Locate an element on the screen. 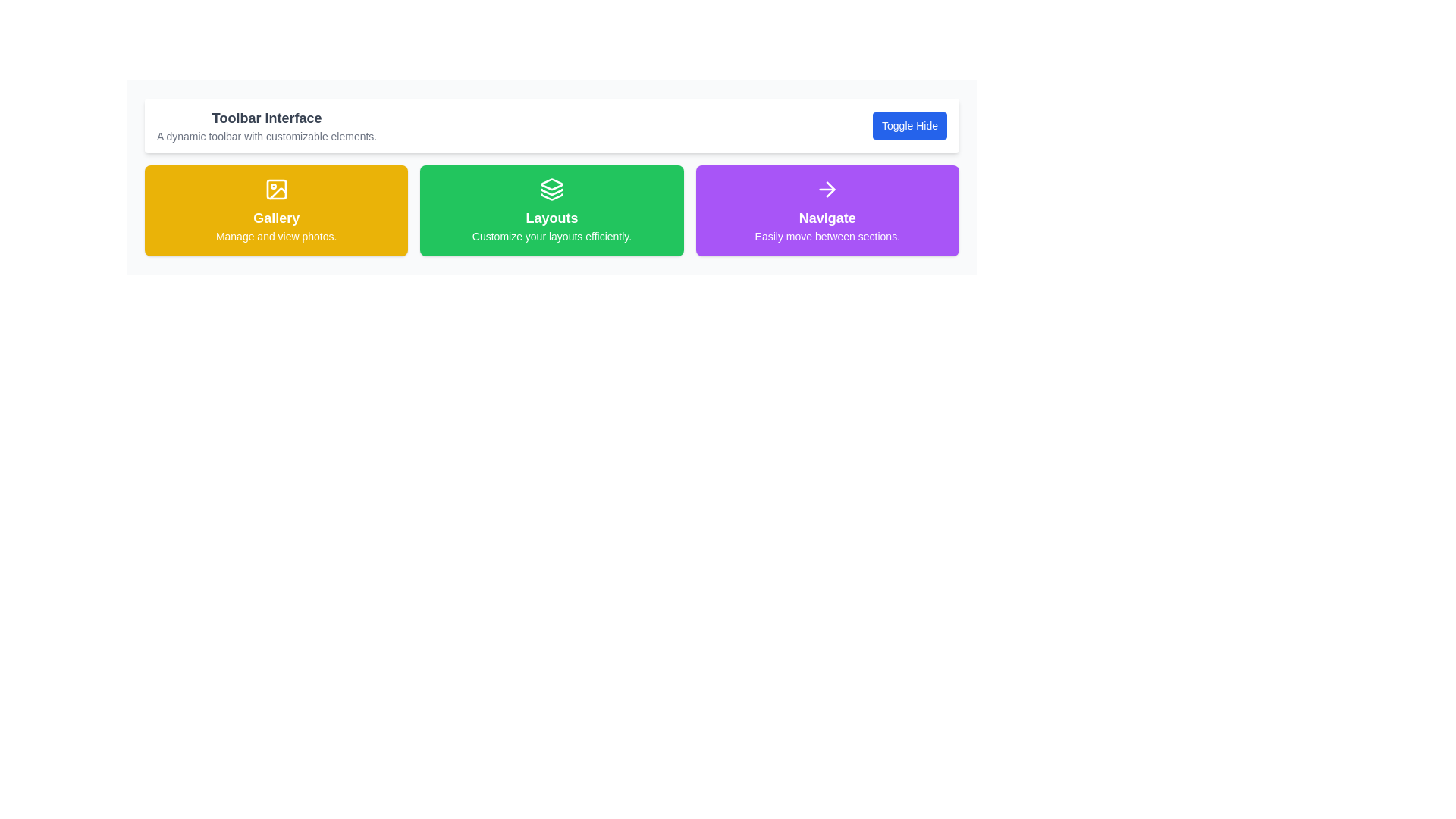 This screenshot has width=1456, height=819. the Text Label that serves as the title for the green card, which is centrally positioned in the second card from the left in a row of three cards is located at coordinates (551, 218).